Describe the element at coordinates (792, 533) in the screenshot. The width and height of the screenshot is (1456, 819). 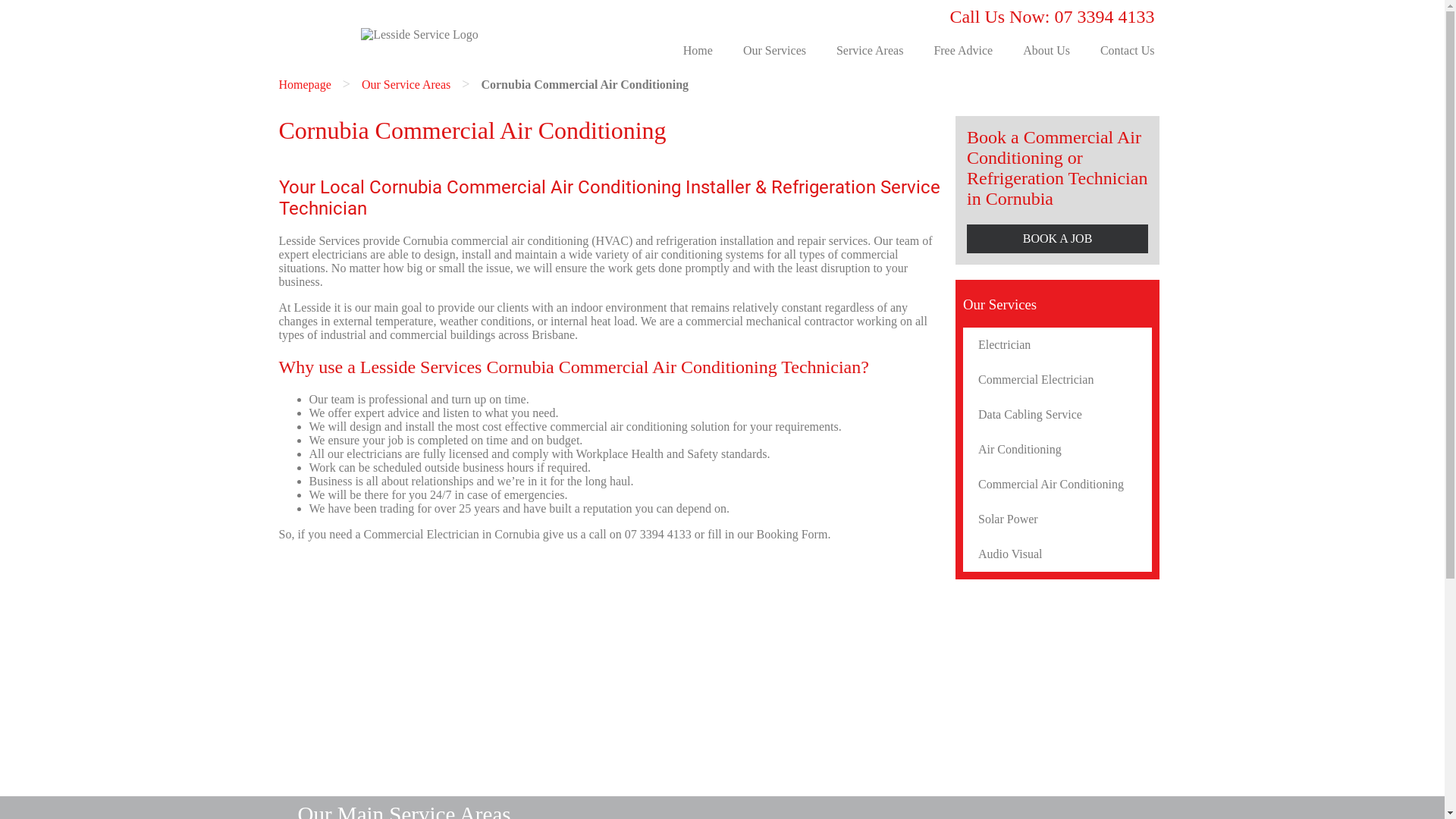
I see `'Booking Form'` at that location.